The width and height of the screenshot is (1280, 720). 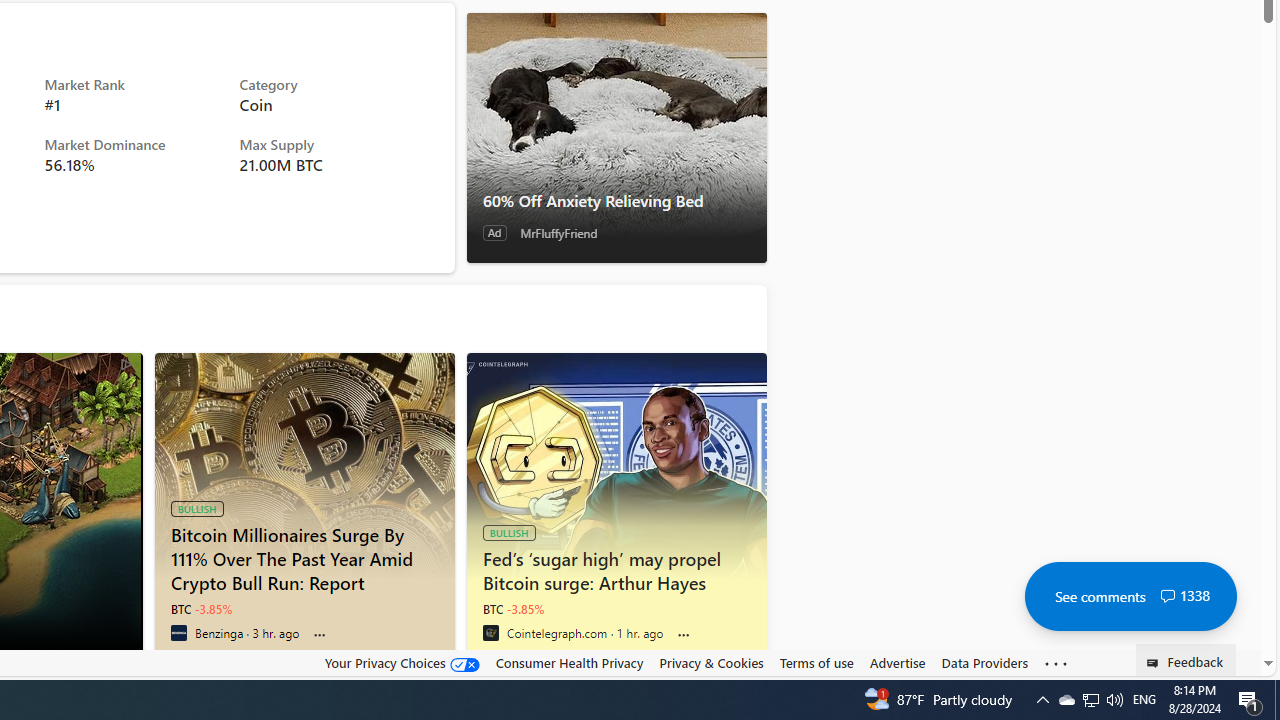 I want to click on 'Privacy & Cookies', so click(x=711, y=662).